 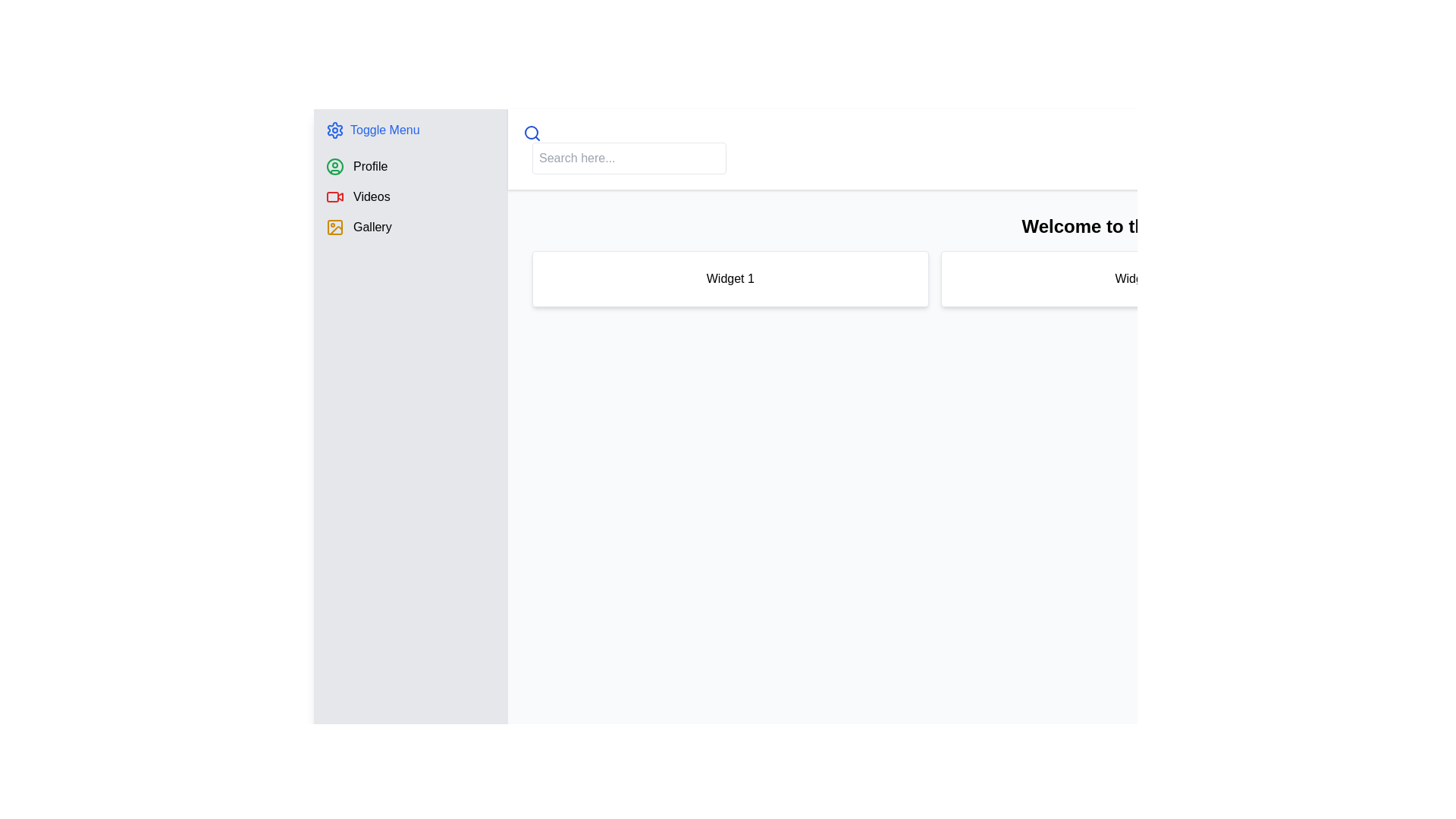 What do you see at coordinates (334, 227) in the screenshot?
I see `the small rectangle with rounded corners that serves as the background of the image icon in the sidebar menu, located next to the 'Gallery' label` at bounding box center [334, 227].